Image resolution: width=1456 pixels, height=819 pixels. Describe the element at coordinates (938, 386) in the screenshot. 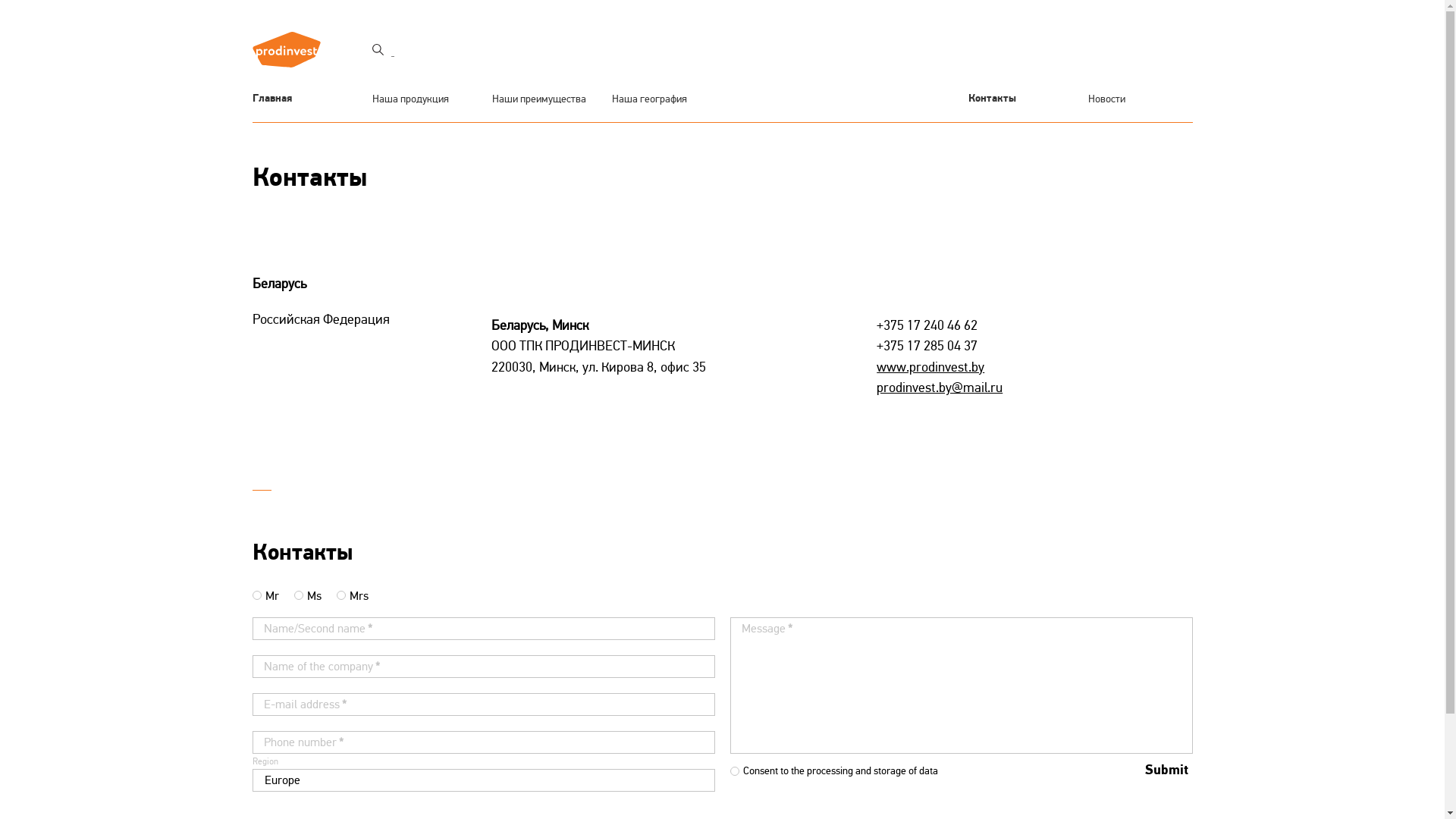

I see `'prodinvest.by@mail.ru'` at that location.